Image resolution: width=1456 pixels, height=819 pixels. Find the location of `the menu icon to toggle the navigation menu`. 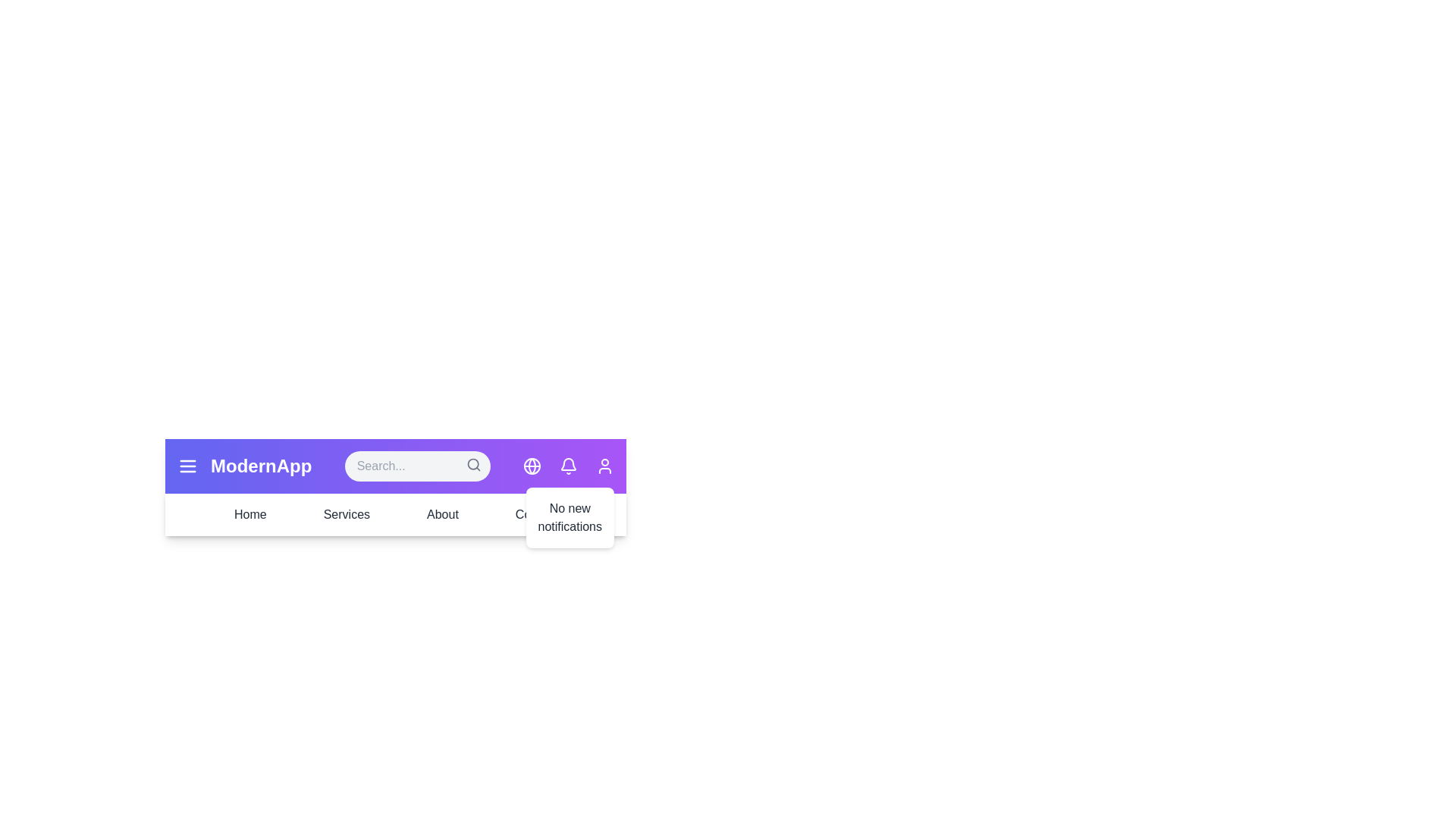

the menu icon to toggle the navigation menu is located at coordinates (187, 465).